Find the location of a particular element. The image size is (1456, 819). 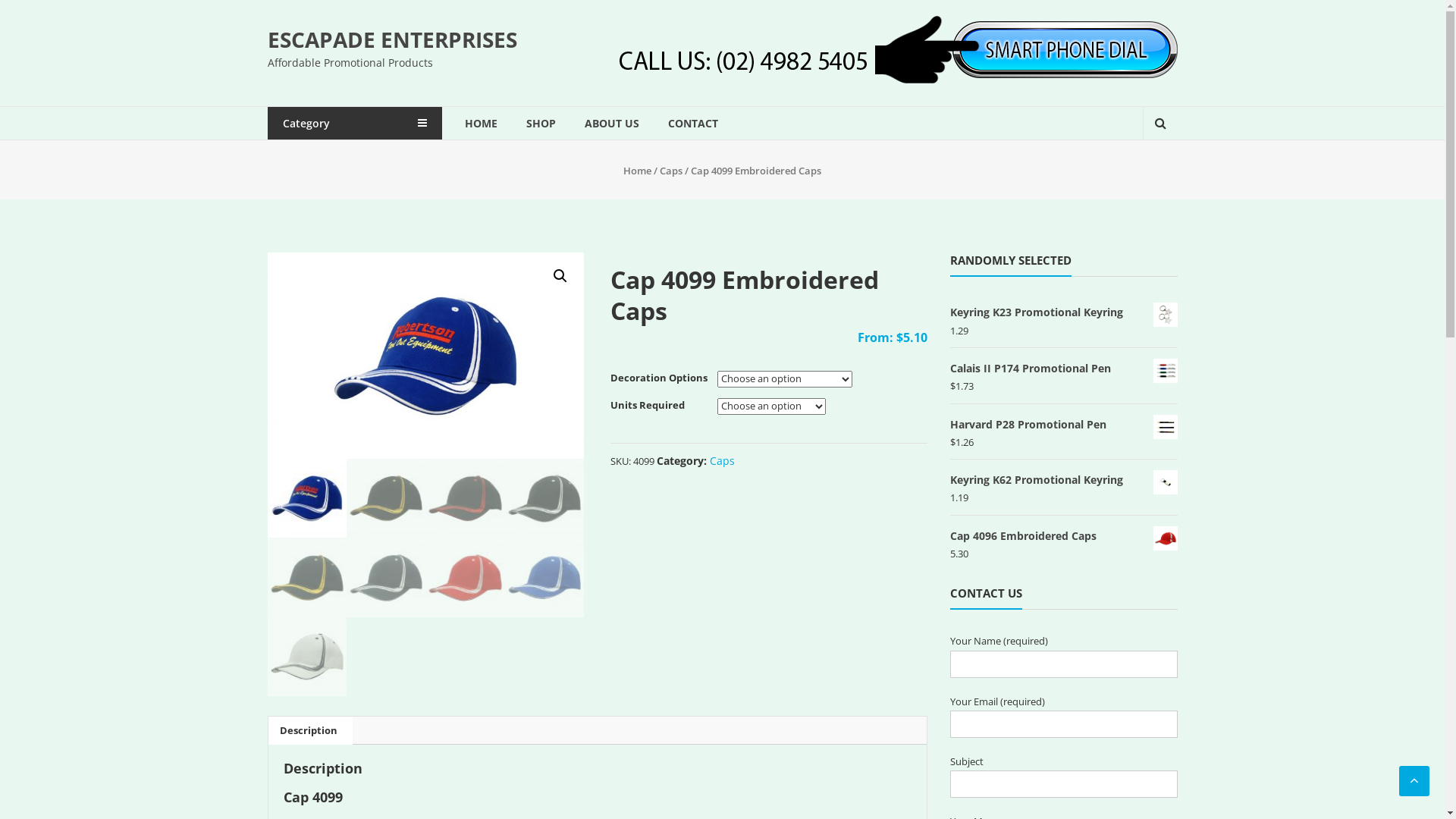

'Home' is located at coordinates (637, 170).